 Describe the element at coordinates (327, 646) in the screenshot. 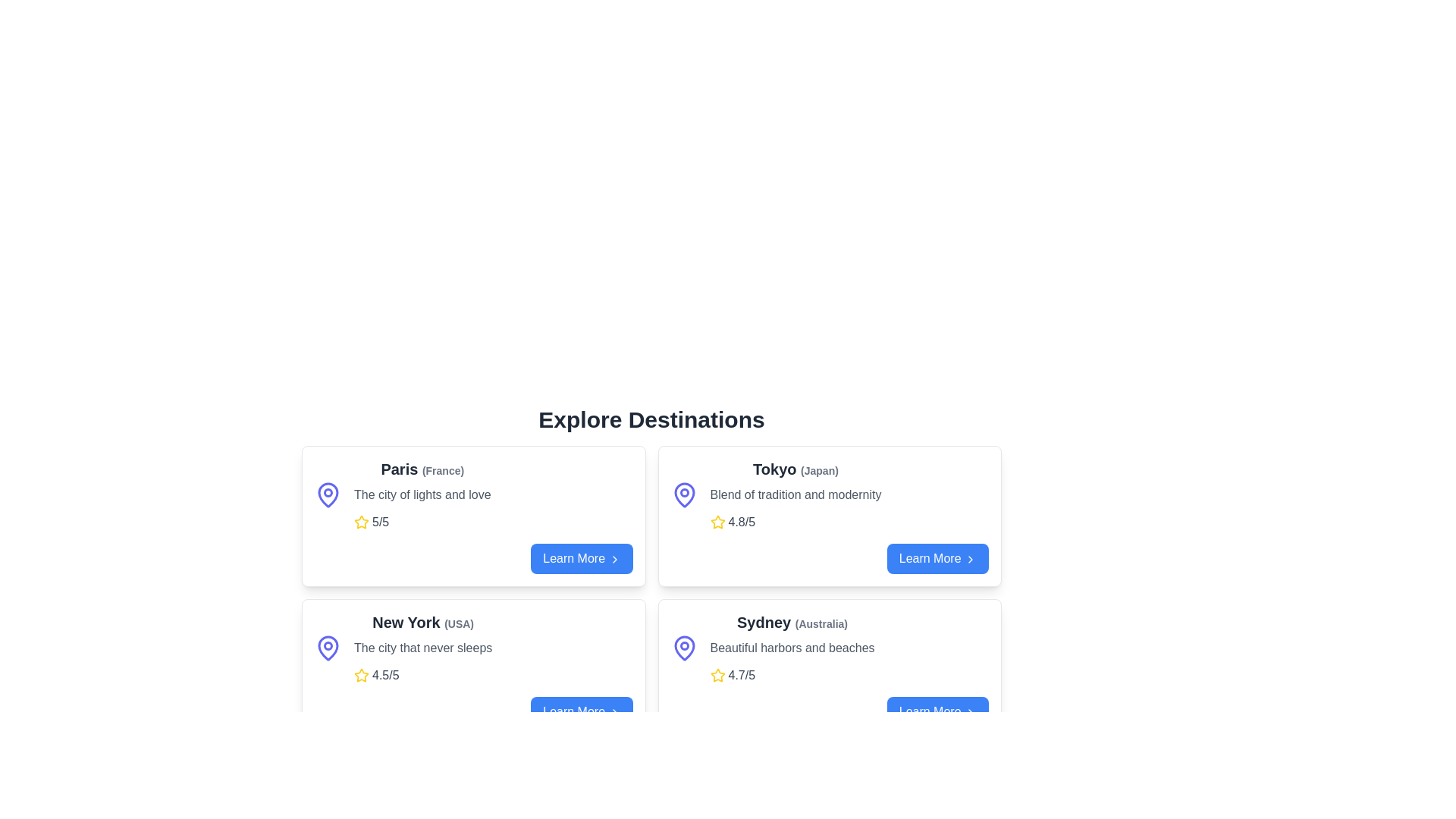

I see `the circular marker that serves as a visual indicator in the map pin icon for 'New York (USA)' located in the upper left corner of the card interface` at that location.